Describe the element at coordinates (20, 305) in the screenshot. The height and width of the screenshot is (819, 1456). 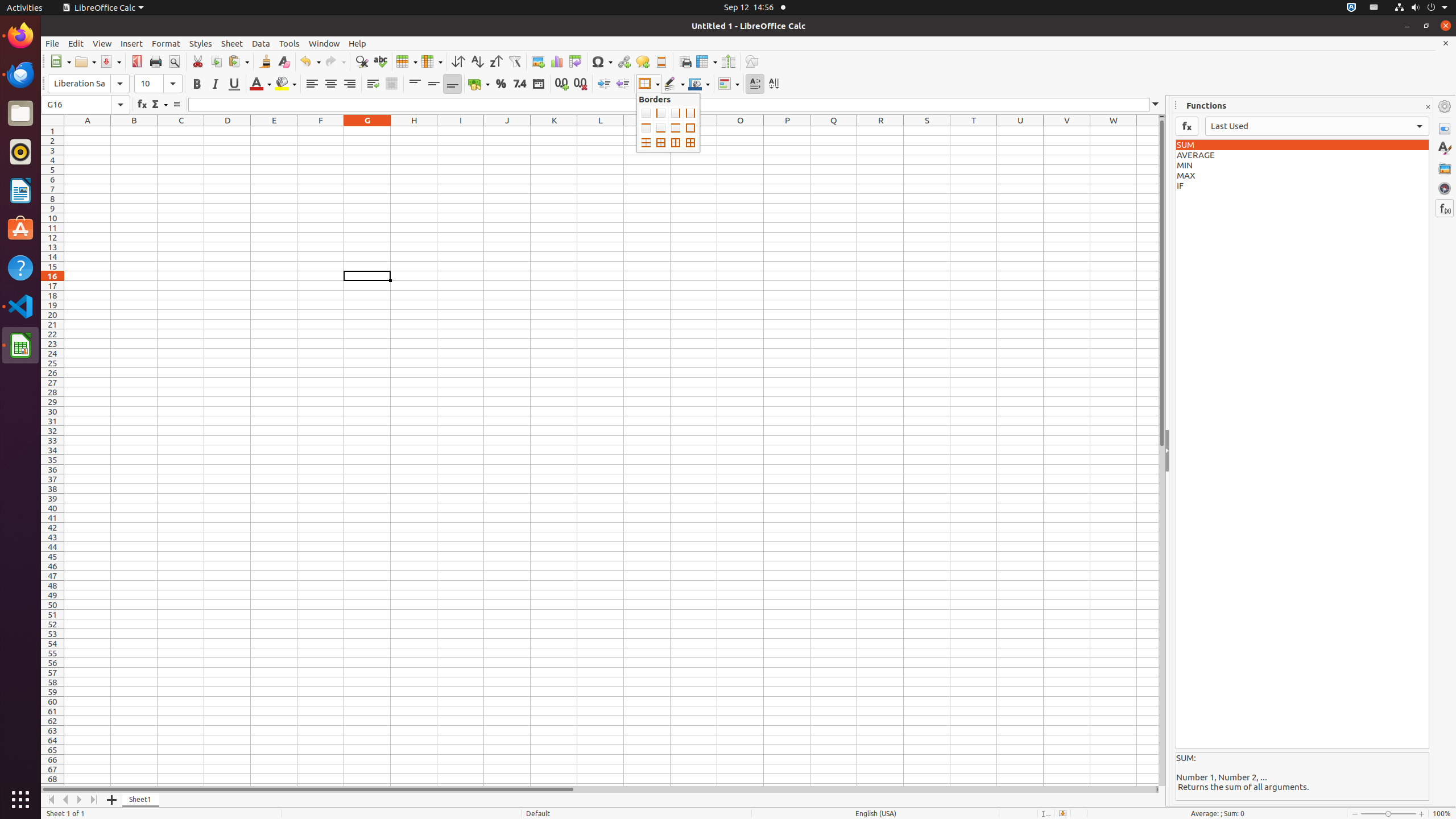
I see `'Visual Studio Code'` at that location.